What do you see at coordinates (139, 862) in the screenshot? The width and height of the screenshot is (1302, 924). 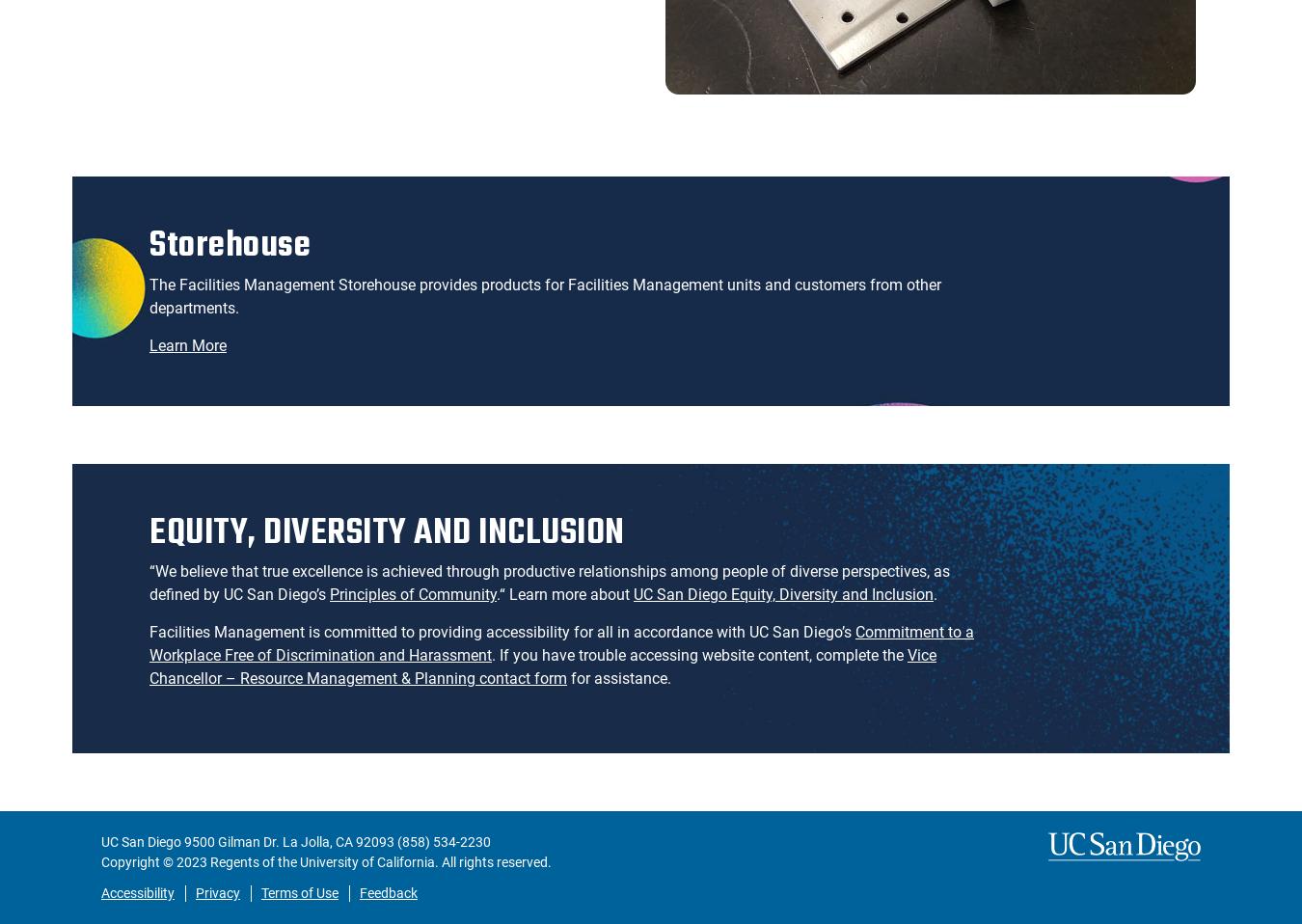 I see `'Copyright ©'` at bounding box center [139, 862].